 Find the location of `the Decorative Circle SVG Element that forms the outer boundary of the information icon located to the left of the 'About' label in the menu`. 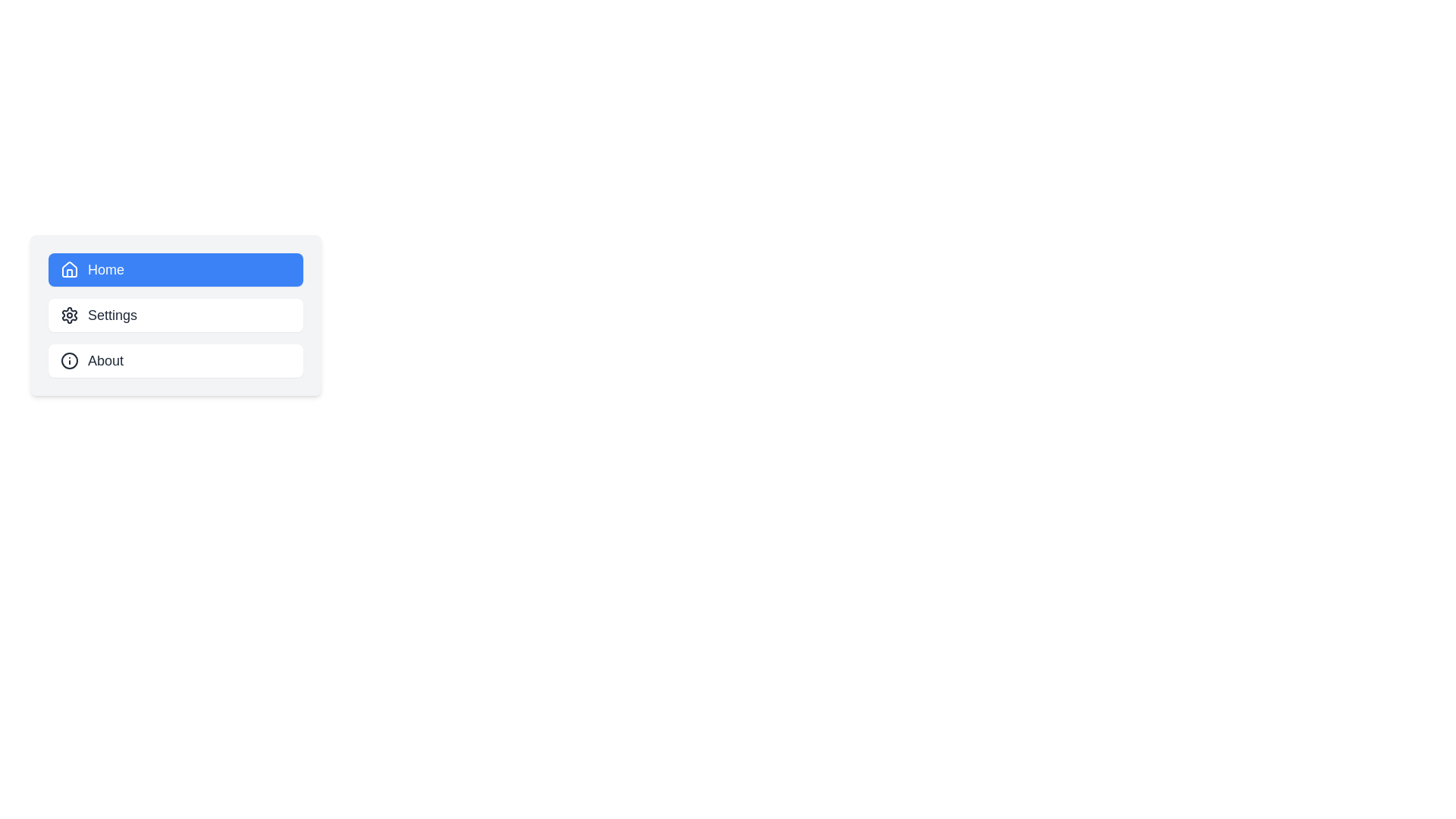

the Decorative Circle SVG Element that forms the outer boundary of the information icon located to the left of the 'About' label in the menu is located at coordinates (68, 360).